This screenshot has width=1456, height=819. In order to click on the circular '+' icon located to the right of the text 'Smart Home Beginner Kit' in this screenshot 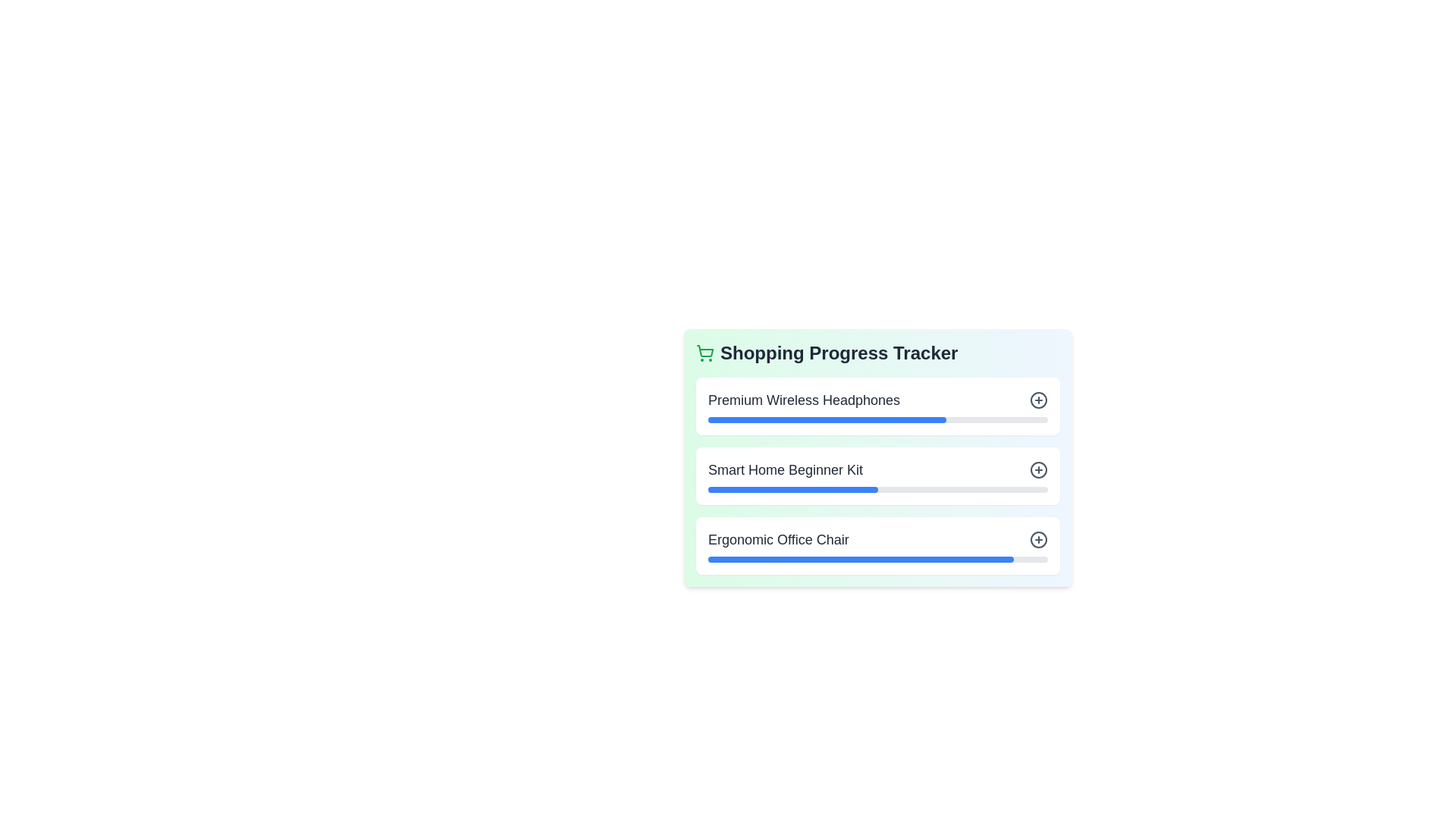, I will do `click(1037, 469)`.